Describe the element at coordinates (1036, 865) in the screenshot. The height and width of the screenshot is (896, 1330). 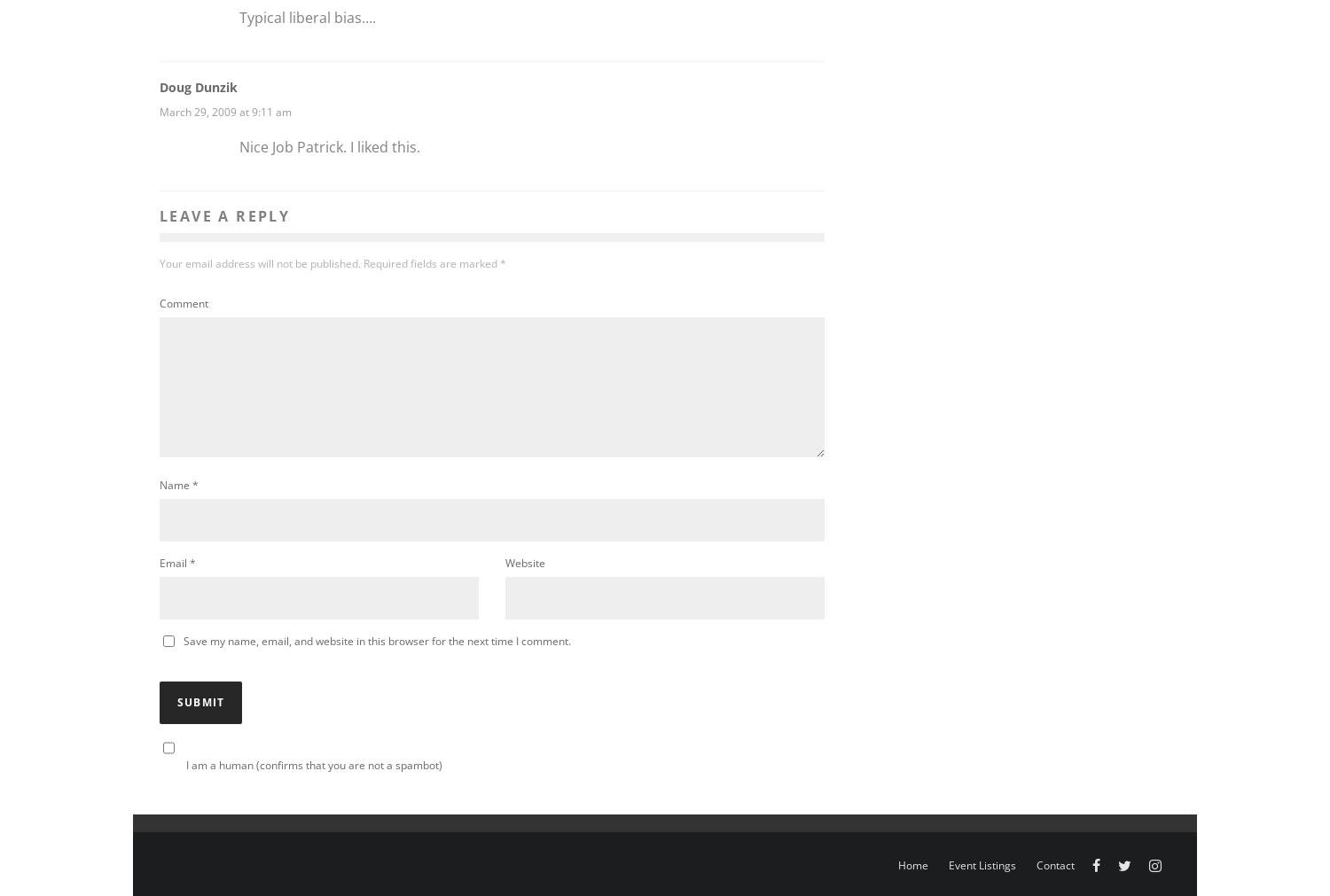
I see `'Contact'` at that location.